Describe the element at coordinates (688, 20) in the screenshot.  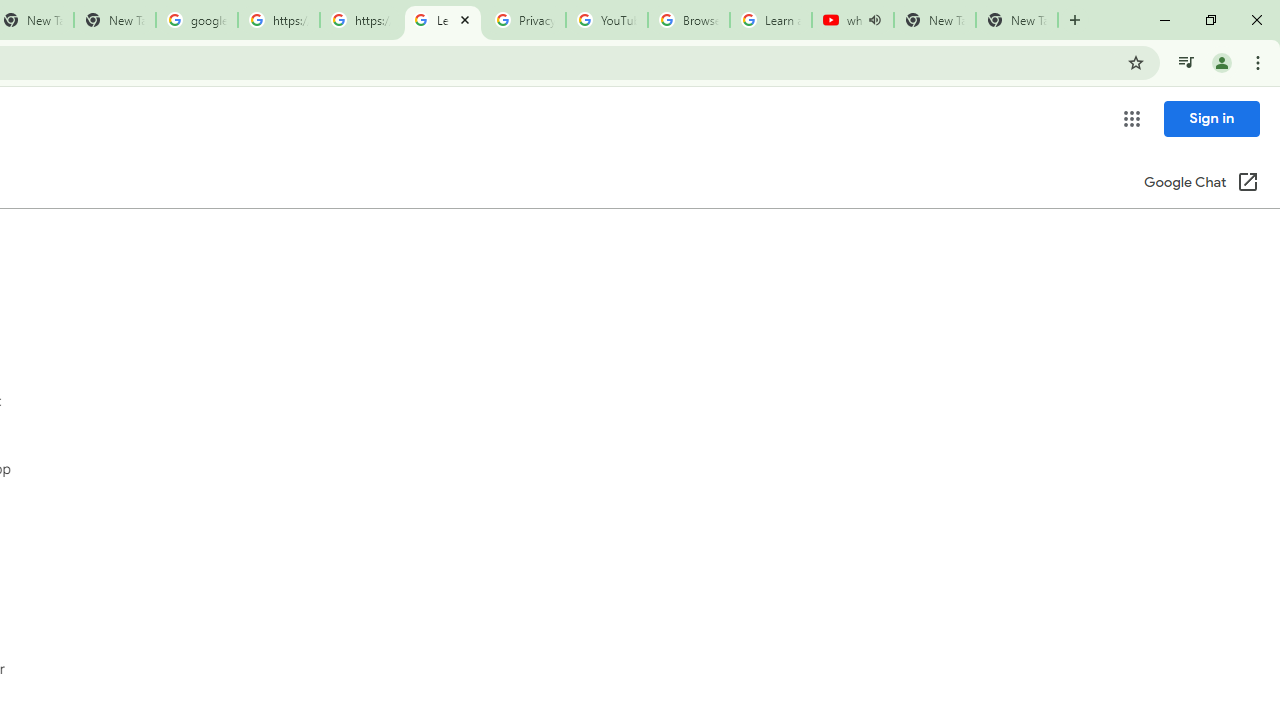
I see `'Browse Chrome as a guest - Computer - Google Chrome Help'` at that location.